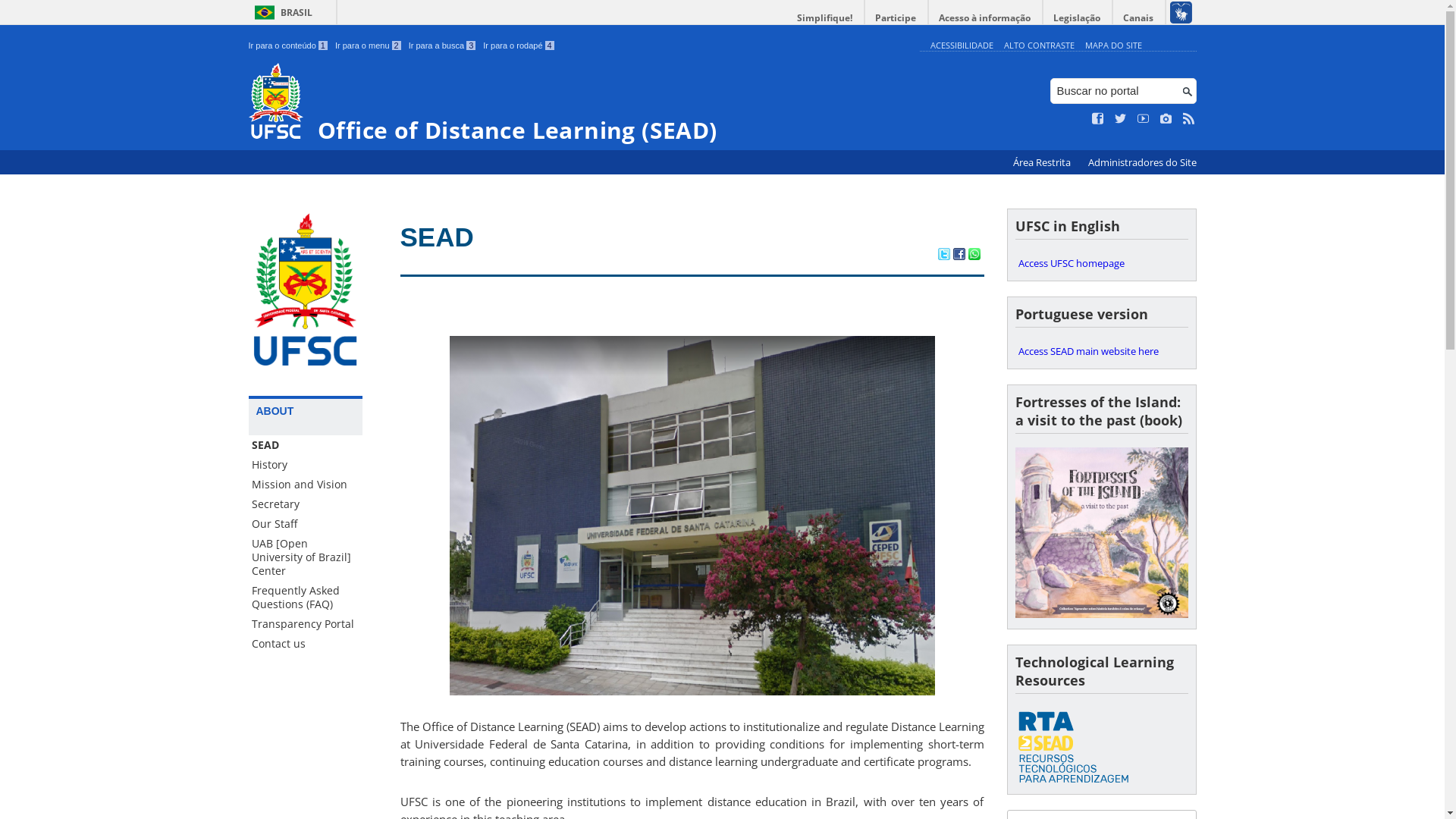 The width and height of the screenshot is (1456, 819). I want to click on 'BRASIL', so click(281, 12).